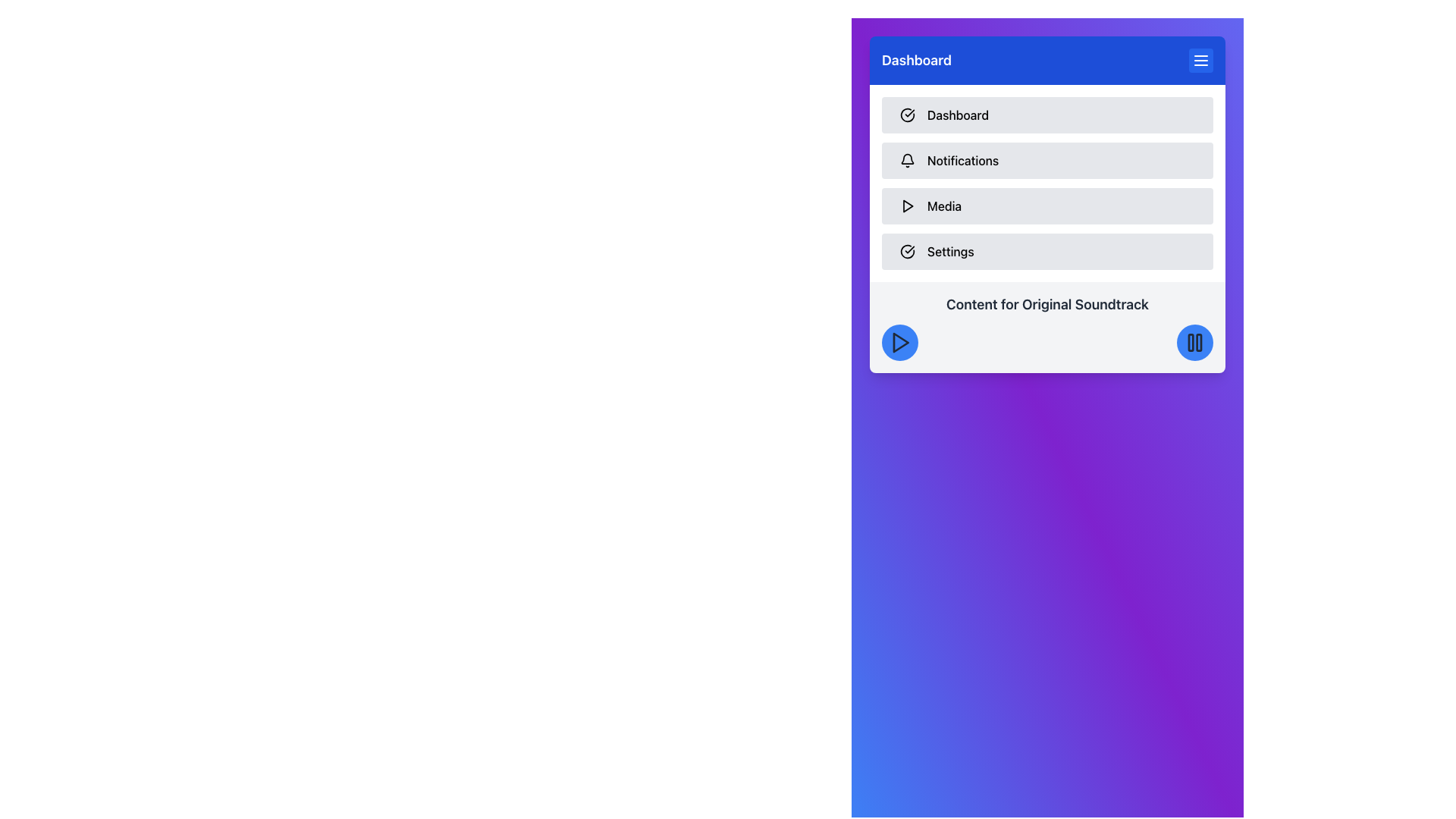 This screenshot has height=819, width=1456. What do you see at coordinates (901, 342) in the screenshot?
I see `the triangular play button icon located within a circular button at the bottom-left section of the main interface` at bounding box center [901, 342].